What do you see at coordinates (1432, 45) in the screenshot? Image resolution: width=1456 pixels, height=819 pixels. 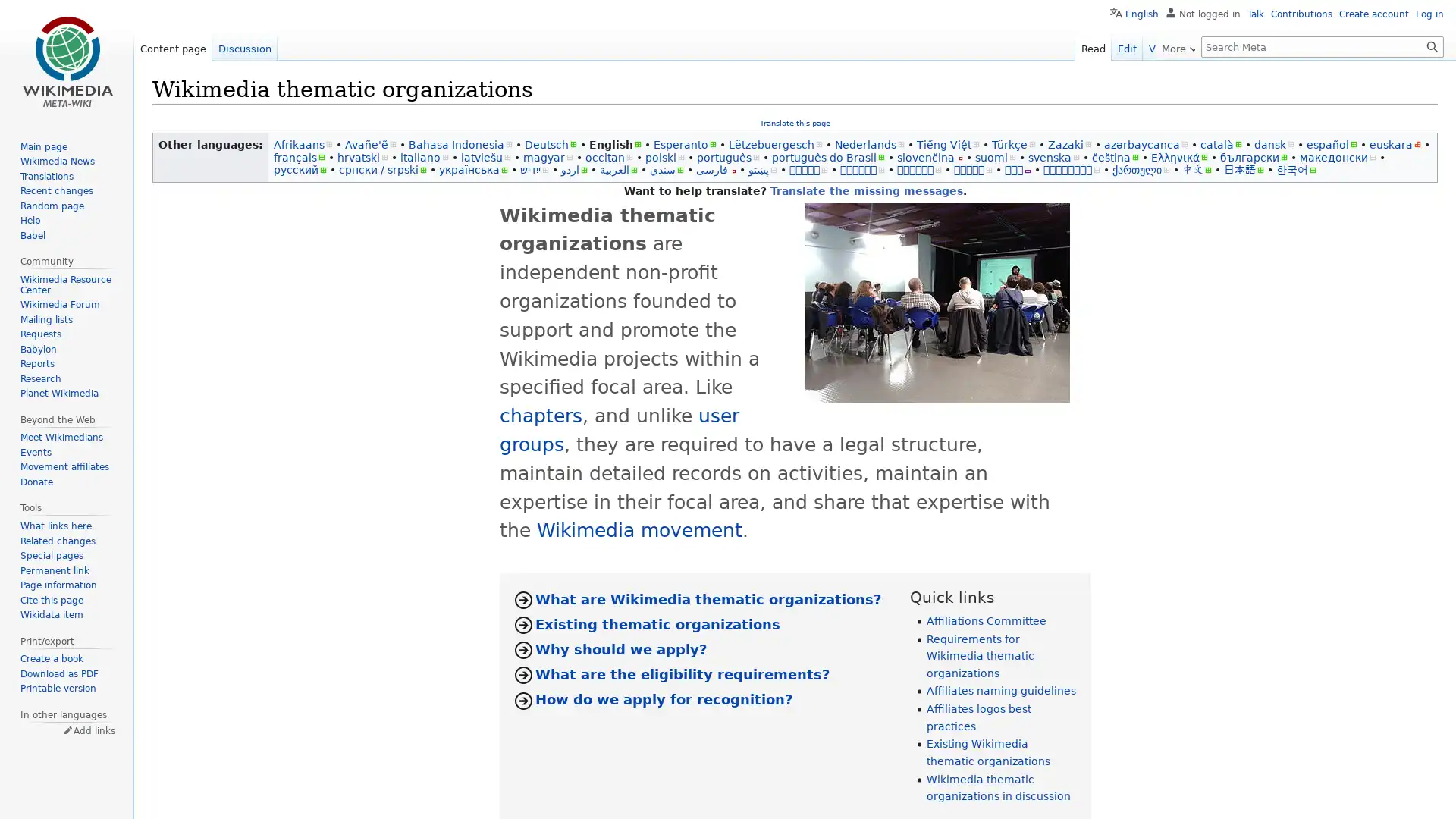 I see `Go` at bounding box center [1432, 45].